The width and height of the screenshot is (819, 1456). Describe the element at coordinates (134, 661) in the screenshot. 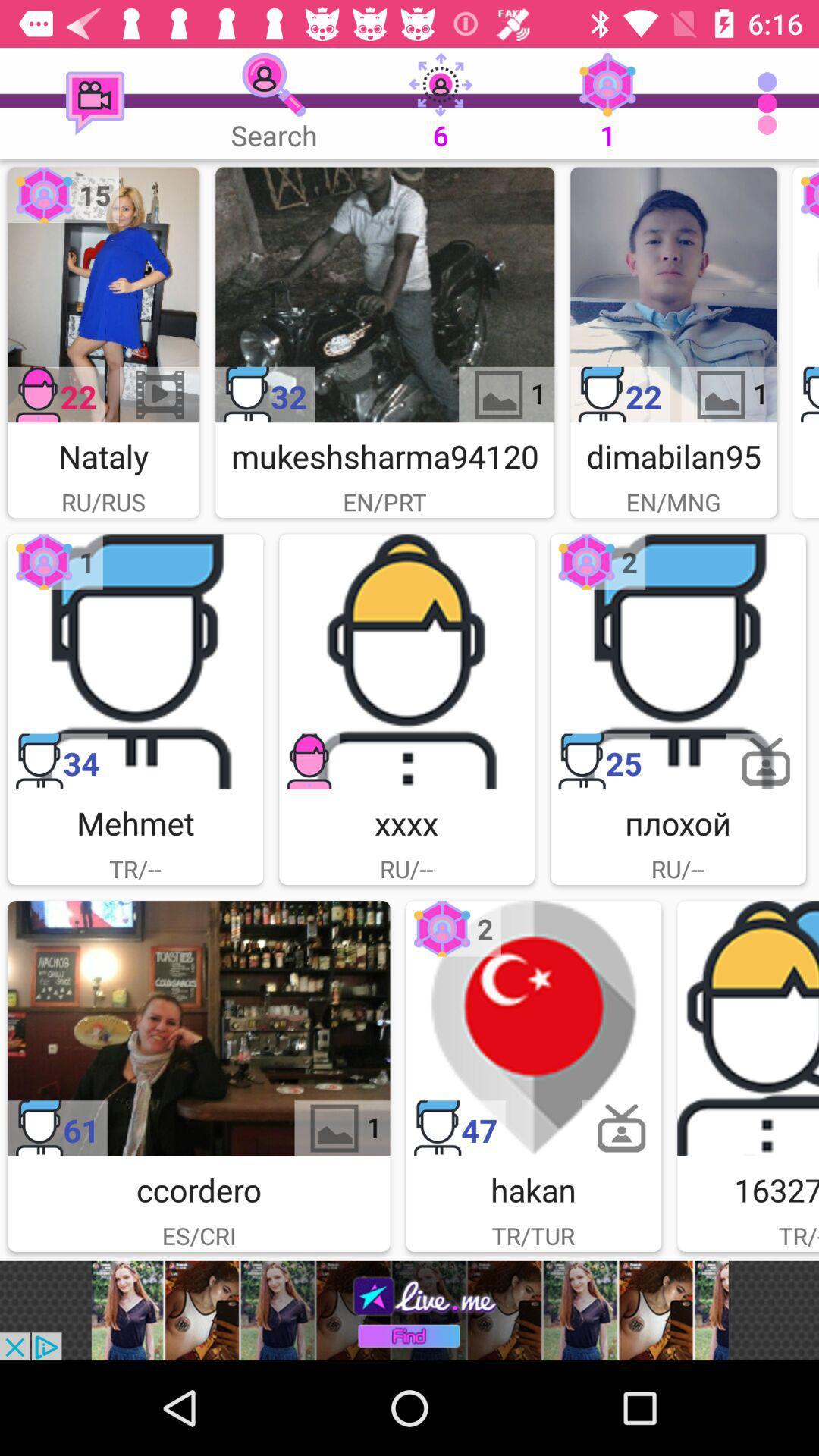

I see `picture post` at that location.